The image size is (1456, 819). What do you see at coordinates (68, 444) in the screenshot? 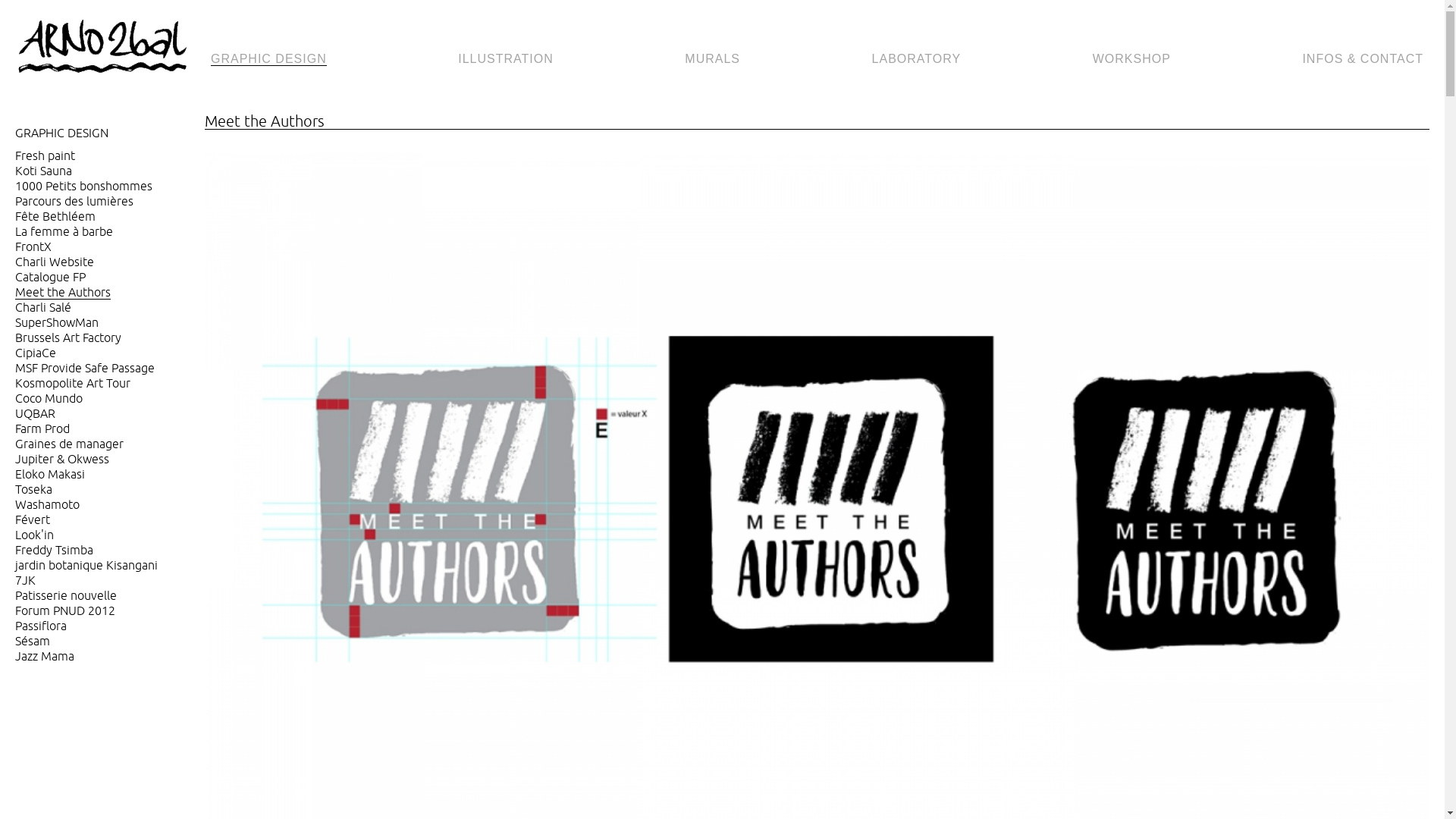
I see `'Graines de manager'` at bounding box center [68, 444].